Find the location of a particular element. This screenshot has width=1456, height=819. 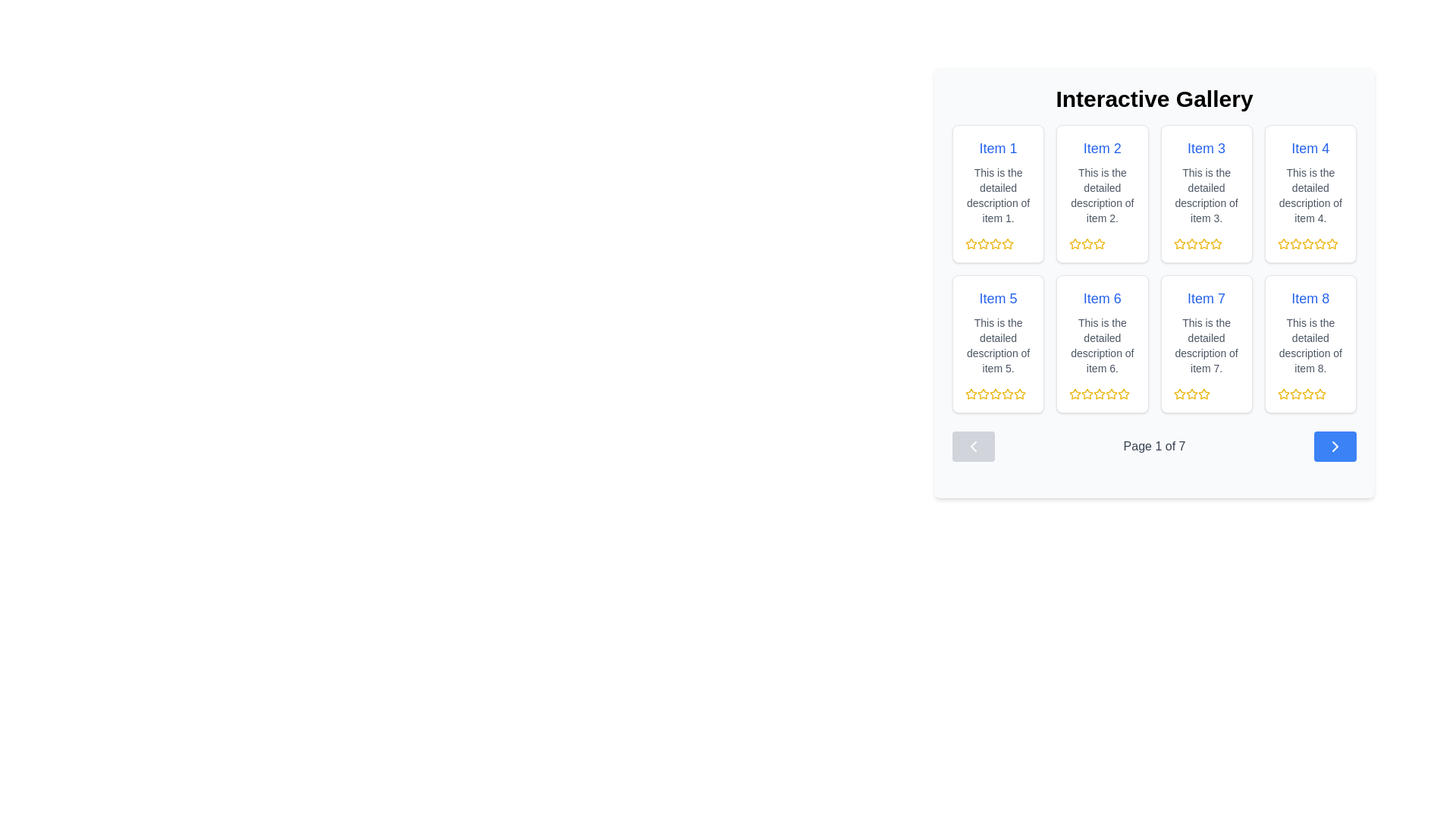

the fourth yellow star-shaped icon in a group of five stars representing a rating, located below the text 'Item 2' is located at coordinates (1100, 243).